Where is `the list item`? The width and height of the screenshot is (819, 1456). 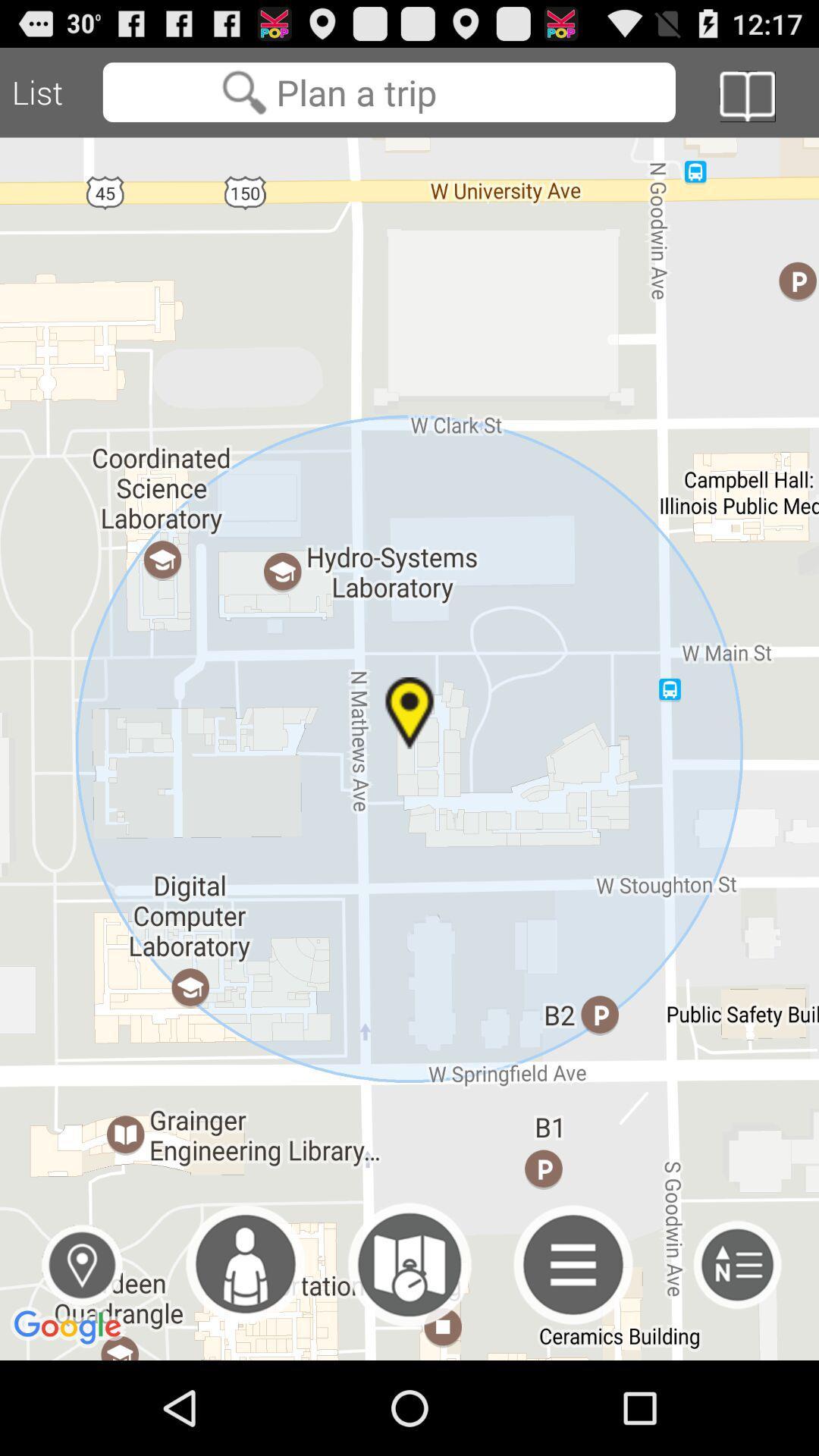
the list item is located at coordinates (50, 92).